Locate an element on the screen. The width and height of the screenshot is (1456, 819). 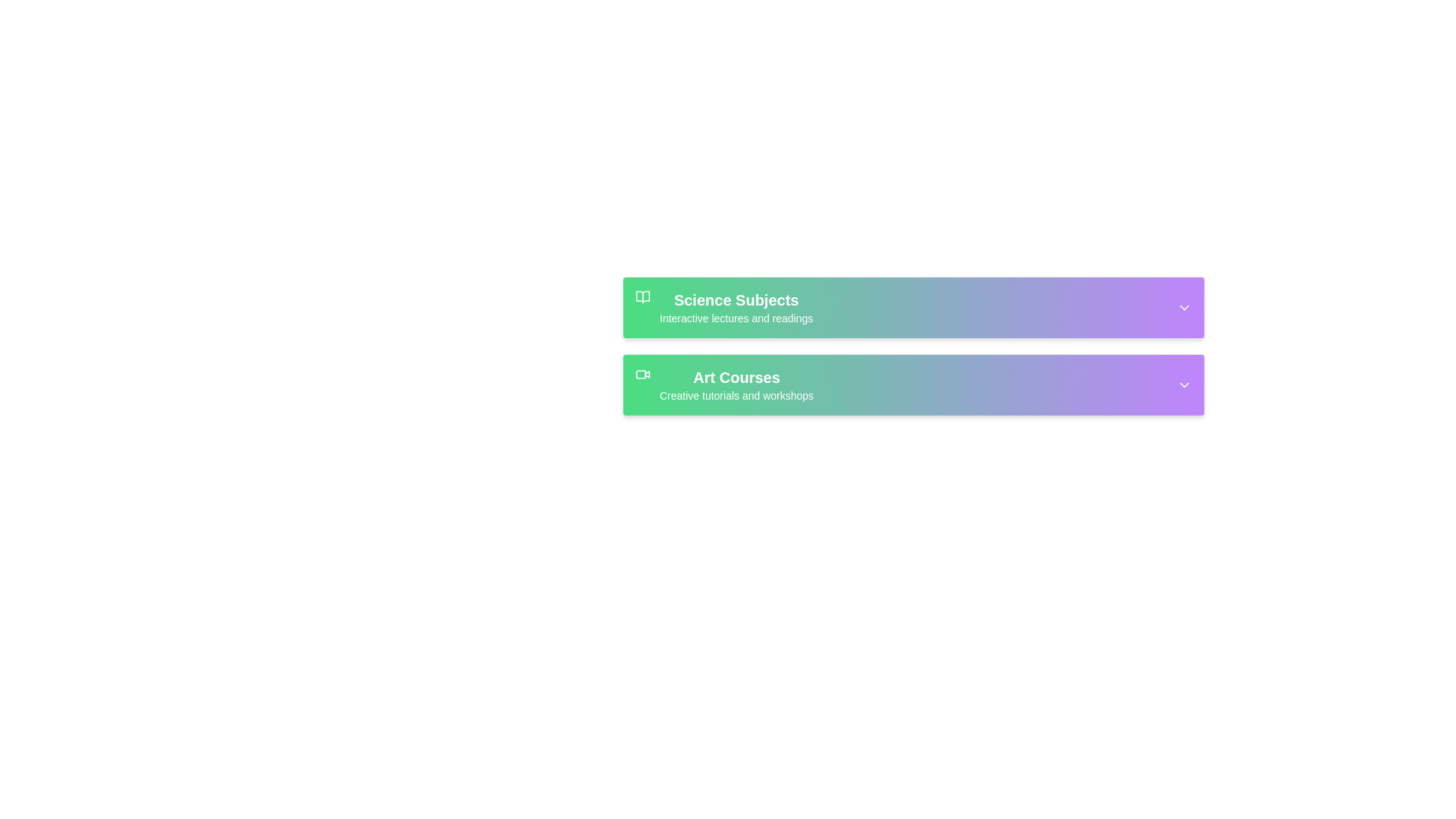
video icon on the informational card about art-related courses, which is the second card in the list and features expandable content is located at coordinates (912, 384).